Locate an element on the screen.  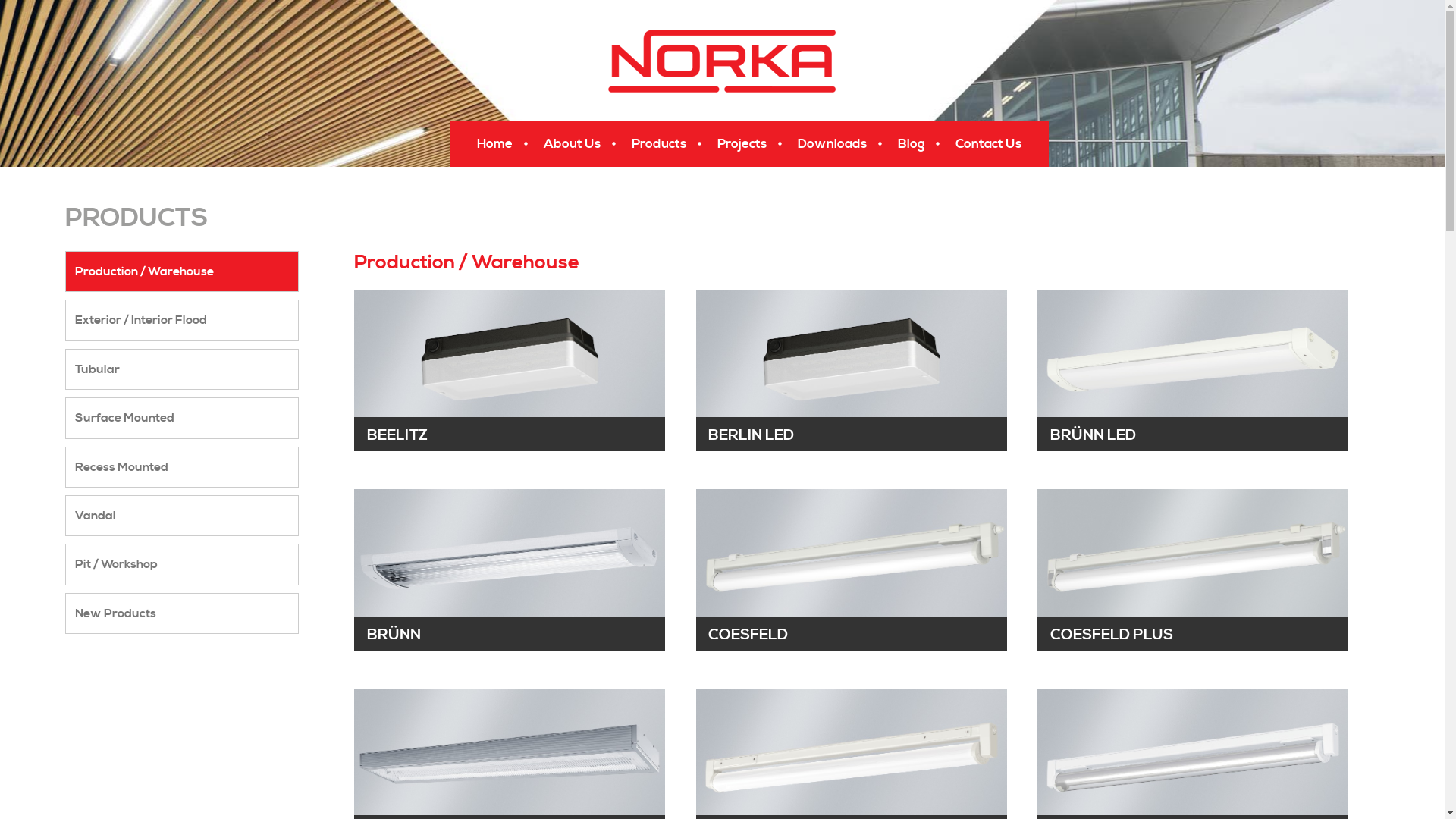
'Exterior / Interior Flood' is located at coordinates (182, 318).